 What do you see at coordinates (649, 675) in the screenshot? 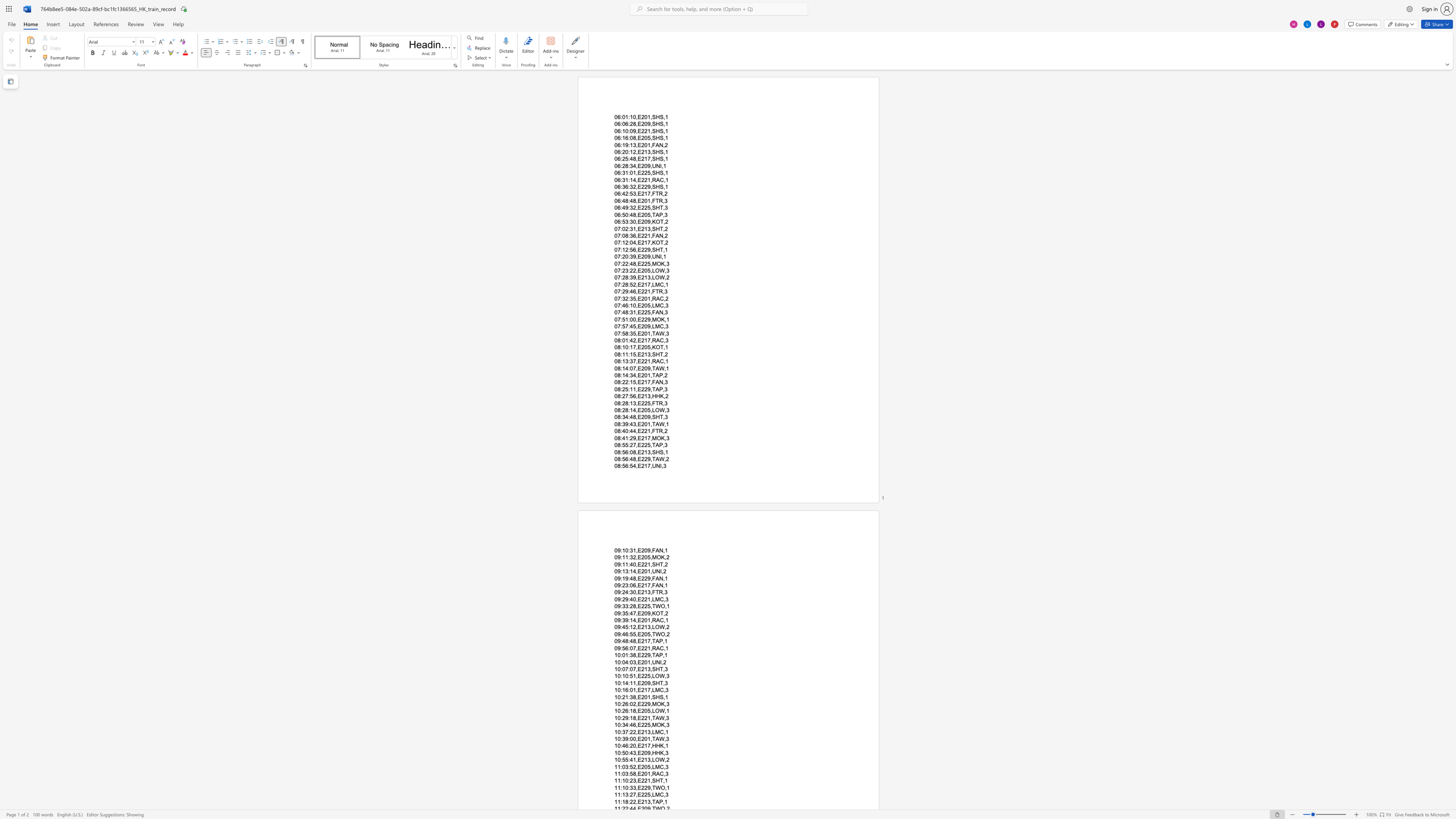
I see `the subset text ",LOW" within the text "10:10:51,E225,LOW,3"` at bounding box center [649, 675].